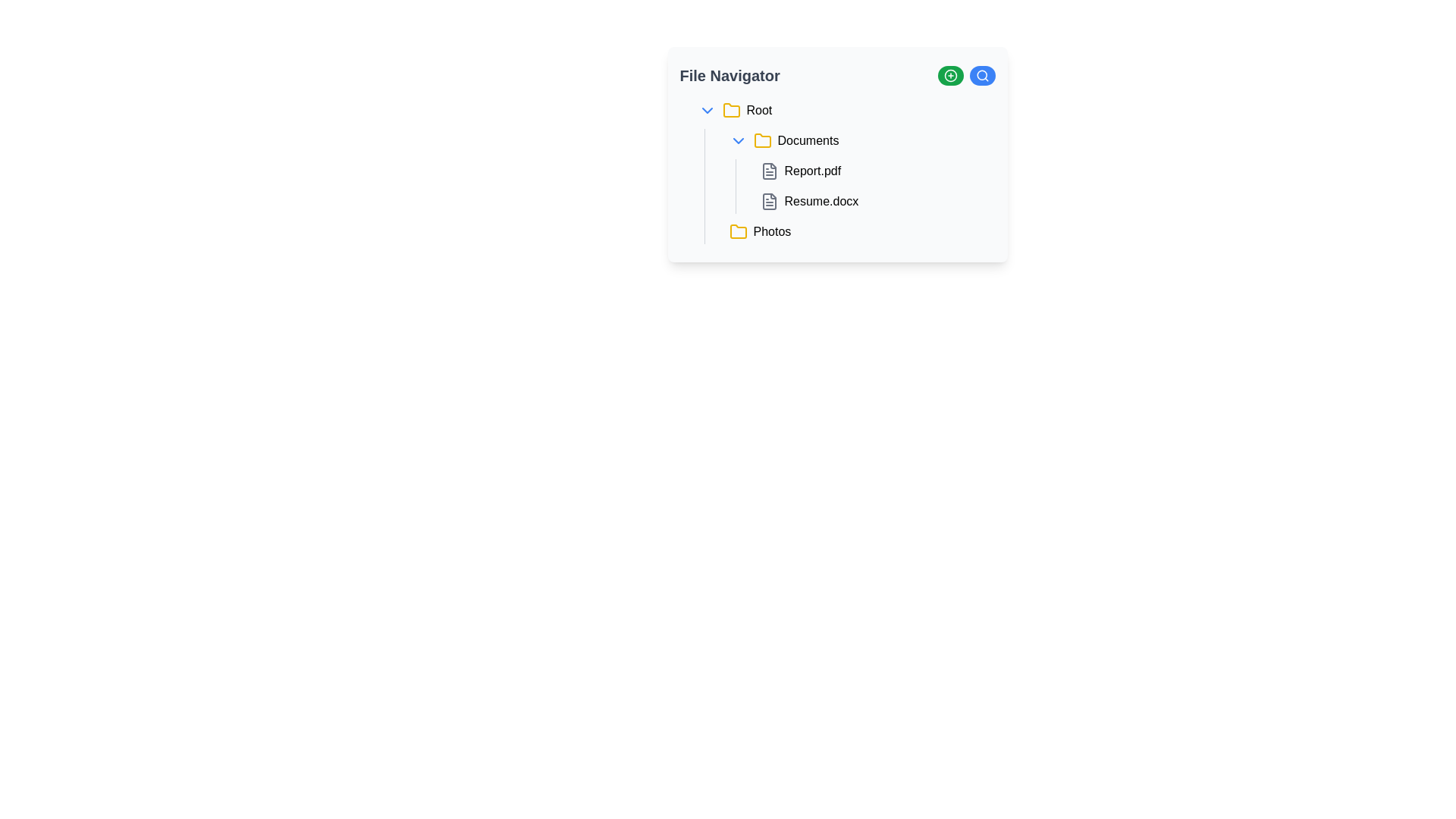 This screenshot has height=819, width=1456. I want to click on the outer circular border of the SVG icon representing a plus symbol located at the top right corner of the UI panel, which indicates an action to create something new, so click(949, 76).